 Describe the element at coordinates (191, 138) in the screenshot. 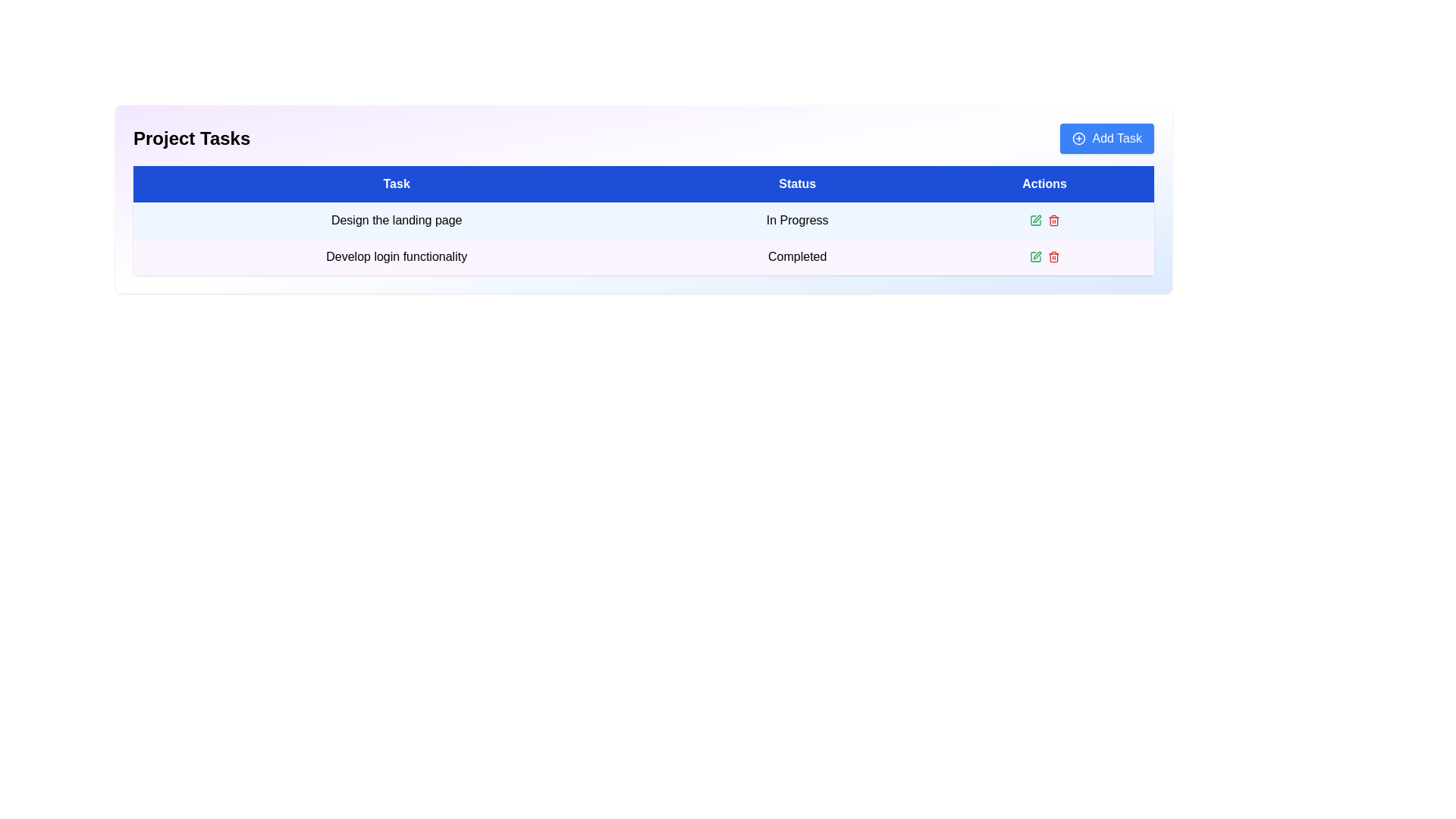

I see `header text label located at the top-left corner of the task management interface to understand the context of the section below` at that location.